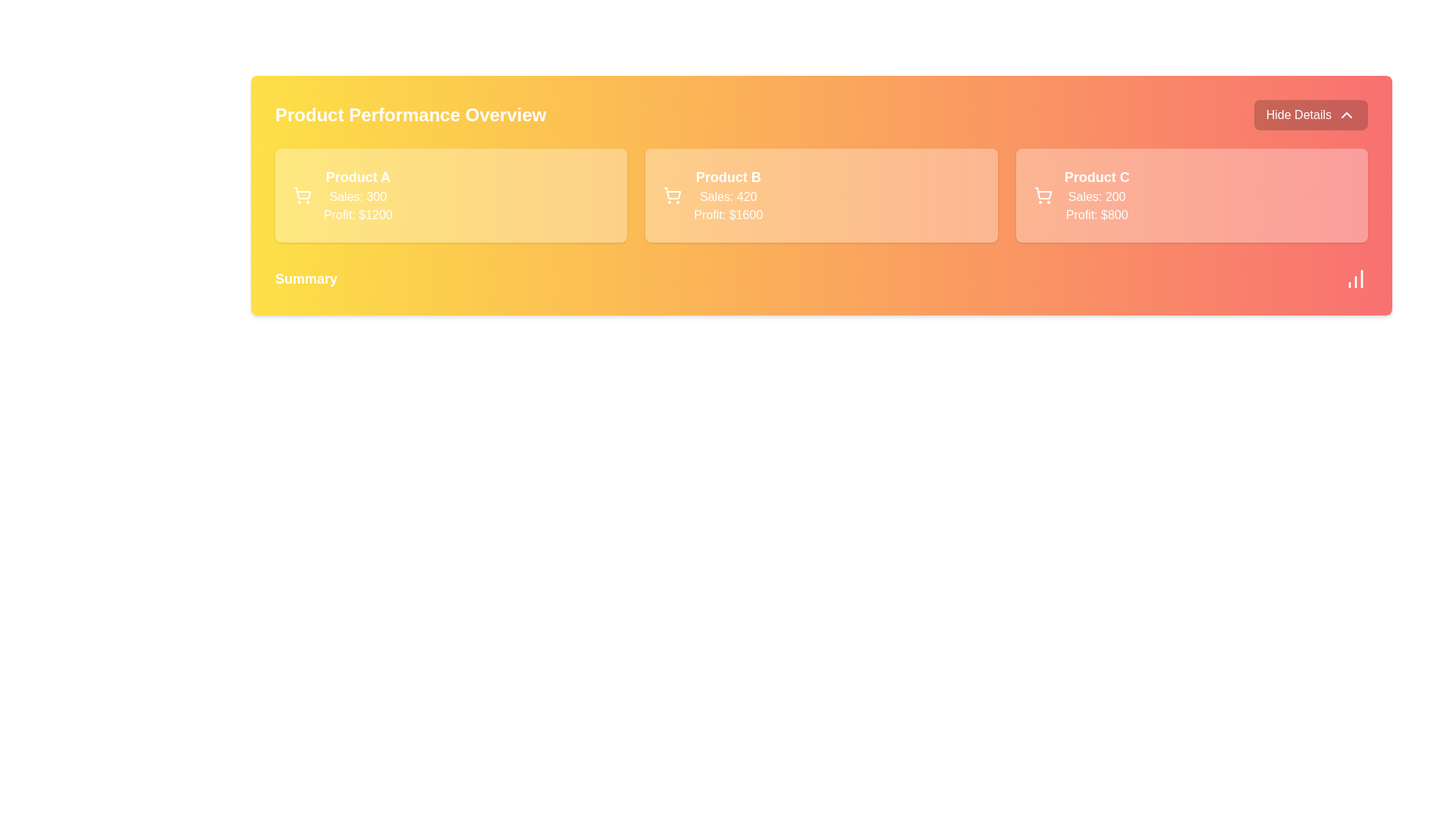  What do you see at coordinates (302, 195) in the screenshot?
I see `the shopping cart icon located at the top-left corner of the card labeled 'Product A', which features a simplistic line-art style with wheels and a basket shape` at bounding box center [302, 195].